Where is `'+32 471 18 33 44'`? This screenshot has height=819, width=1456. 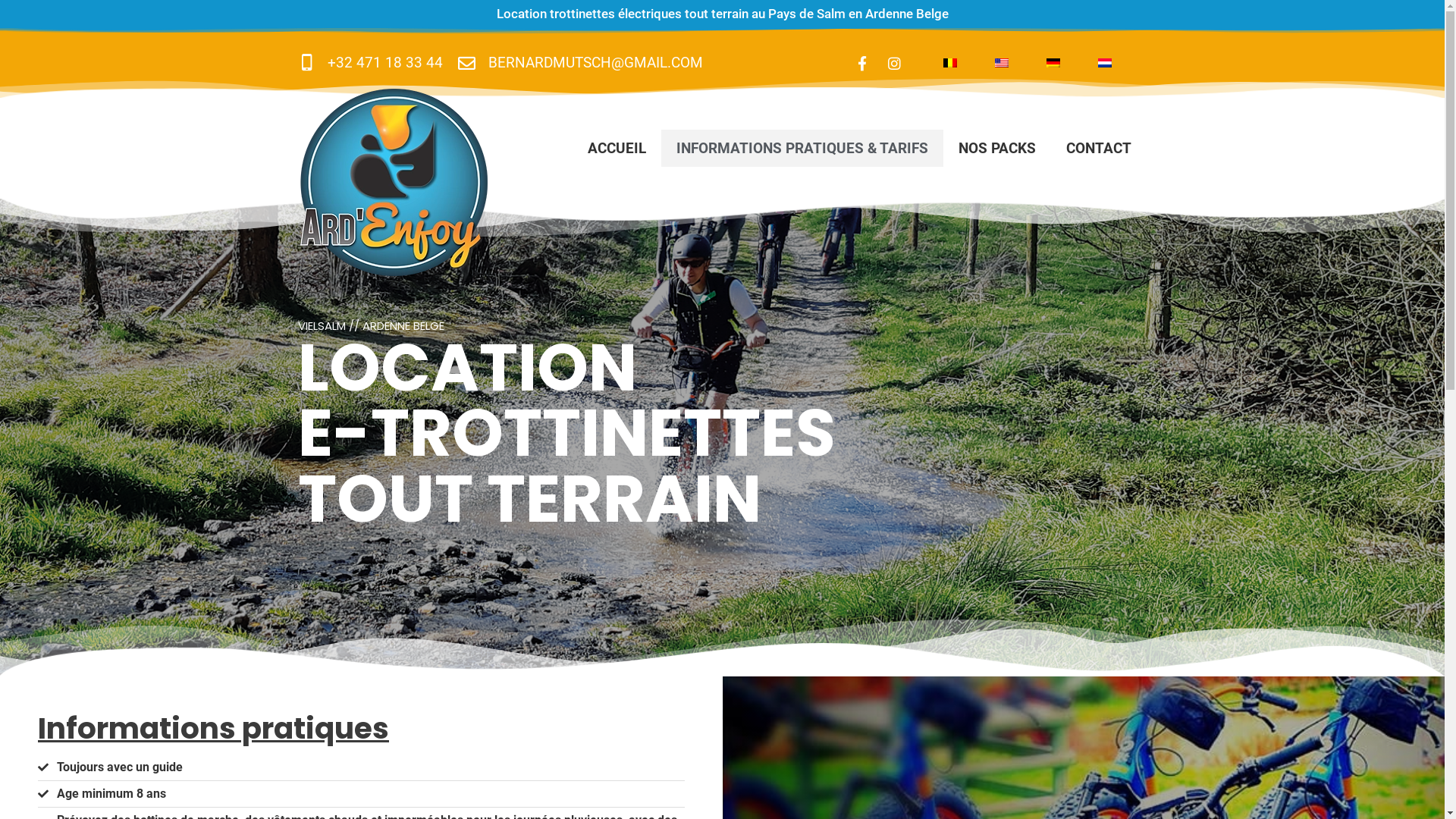 '+32 471 18 33 44' is located at coordinates (297, 62).